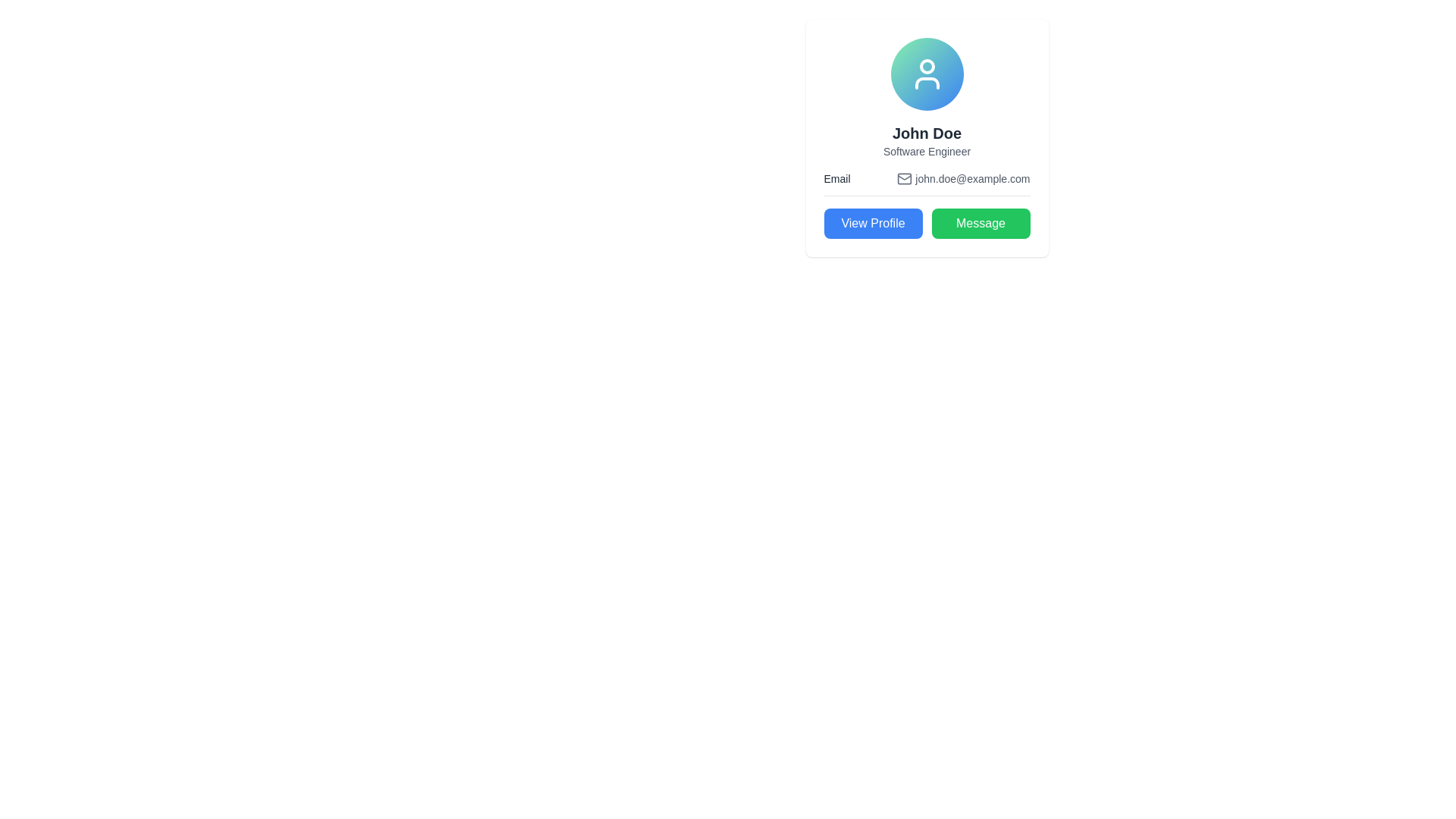  I want to click on the Text Label displaying 'John Doe', which is centered in the profile card and styled as a heading, so click(926, 133).